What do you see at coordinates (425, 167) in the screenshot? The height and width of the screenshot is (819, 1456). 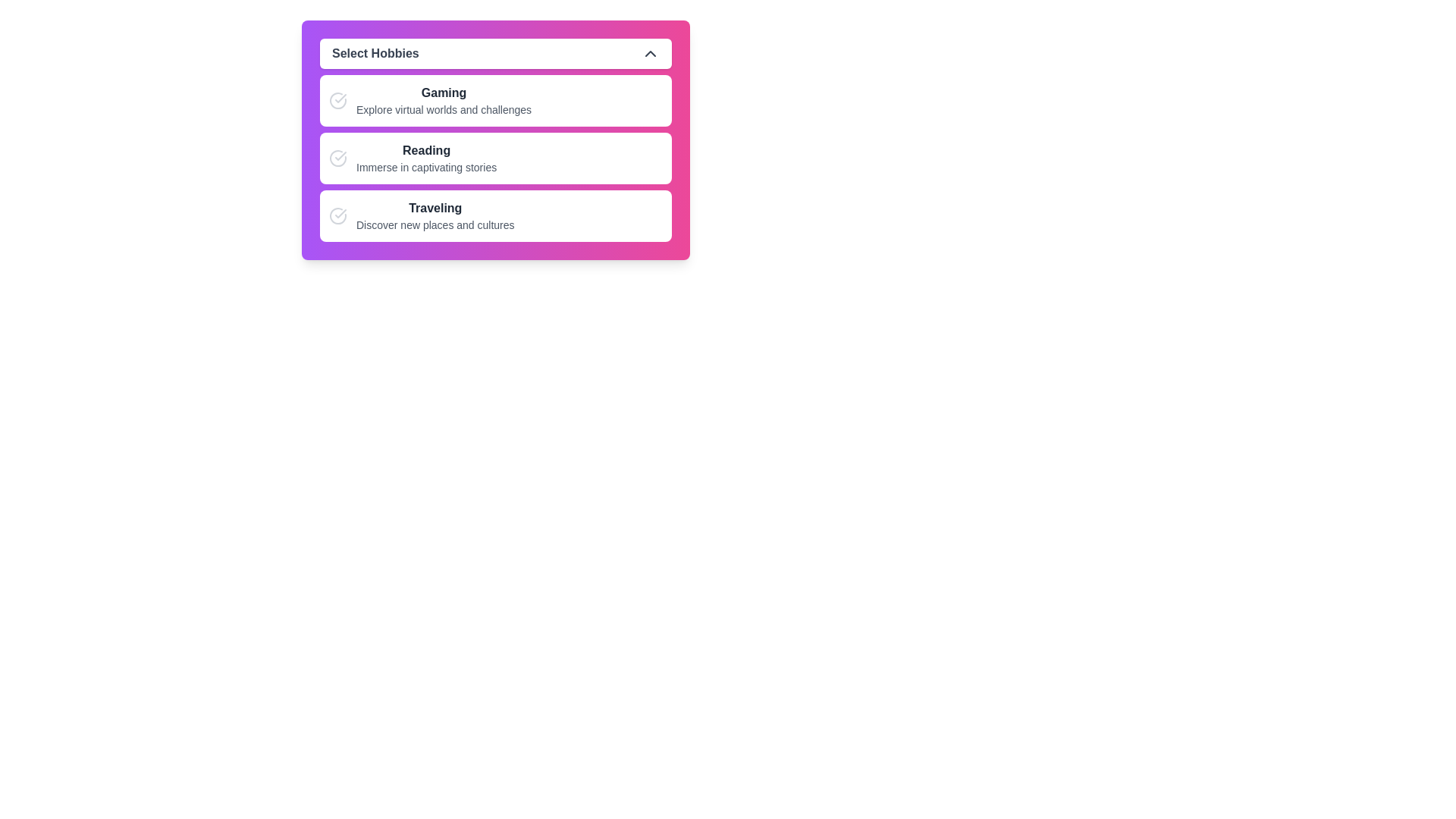 I see `the descriptive text element located below the 'Reading' option in the hobbies list, which provides additional information about this option` at bounding box center [425, 167].